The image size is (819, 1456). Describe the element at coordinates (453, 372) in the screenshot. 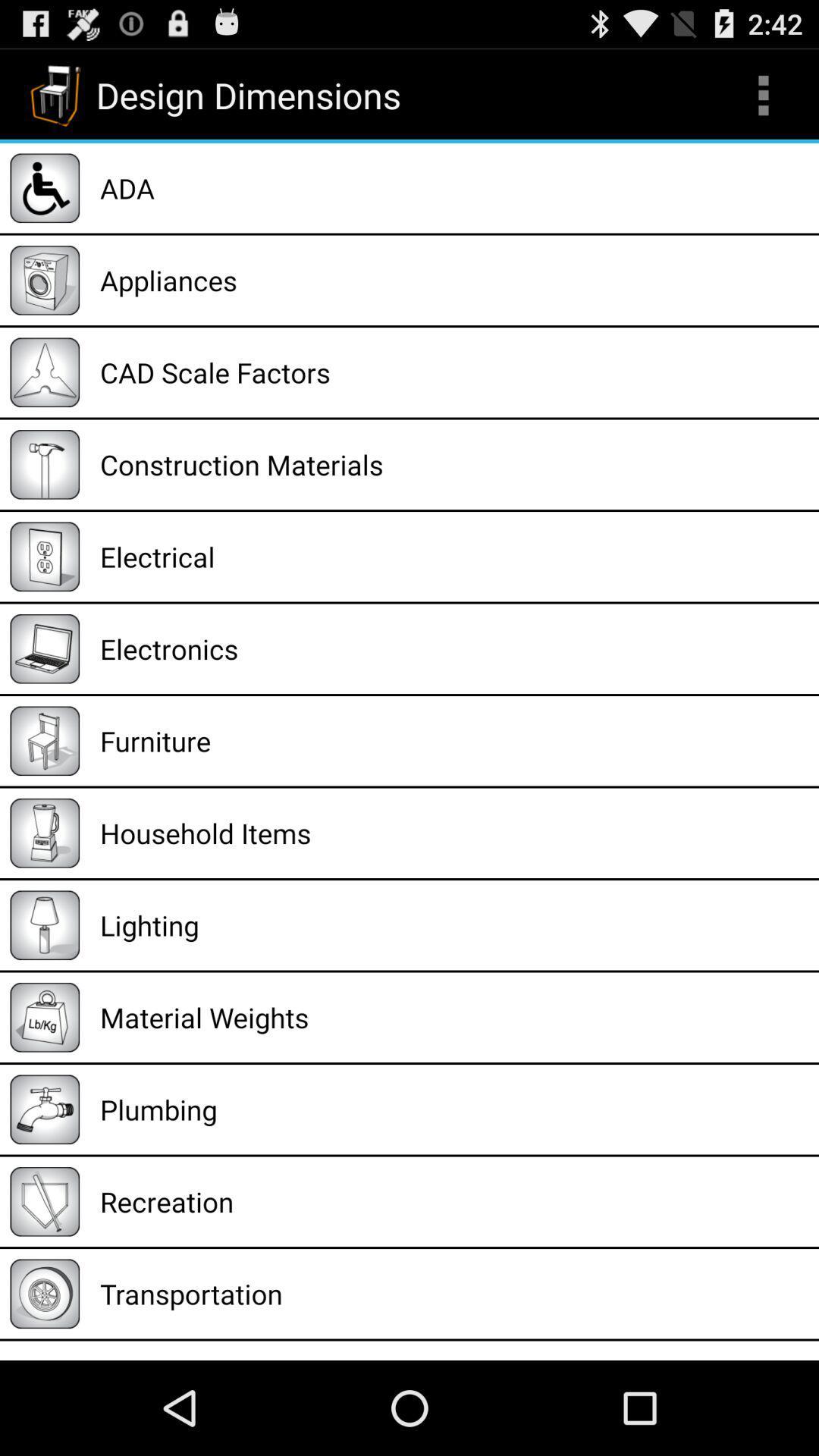

I see `the cad scale factors app` at that location.